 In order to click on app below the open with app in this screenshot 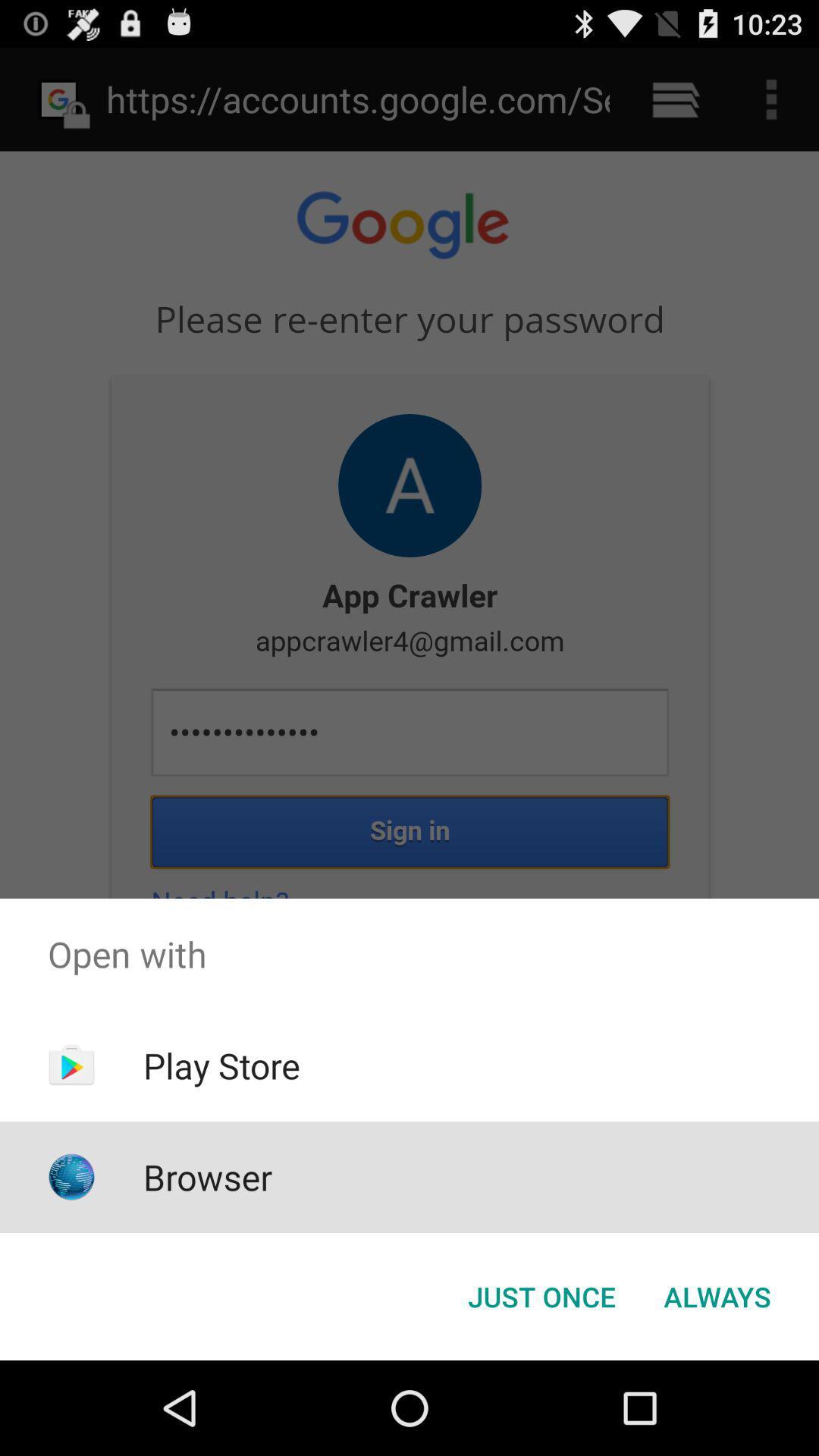, I will do `click(717, 1295)`.